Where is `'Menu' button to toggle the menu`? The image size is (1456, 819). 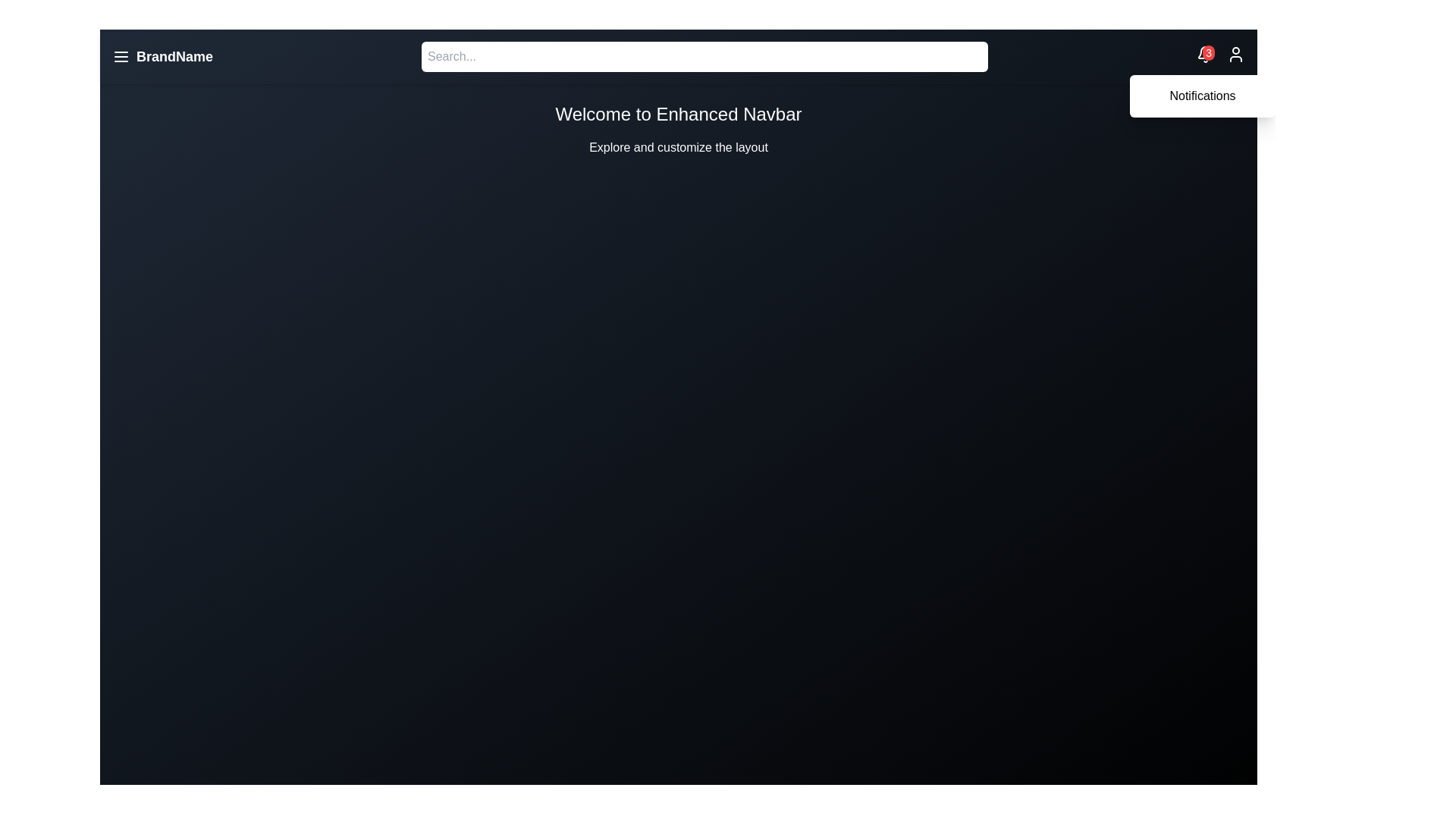
'Menu' button to toggle the menu is located at coordinates (120, 55).